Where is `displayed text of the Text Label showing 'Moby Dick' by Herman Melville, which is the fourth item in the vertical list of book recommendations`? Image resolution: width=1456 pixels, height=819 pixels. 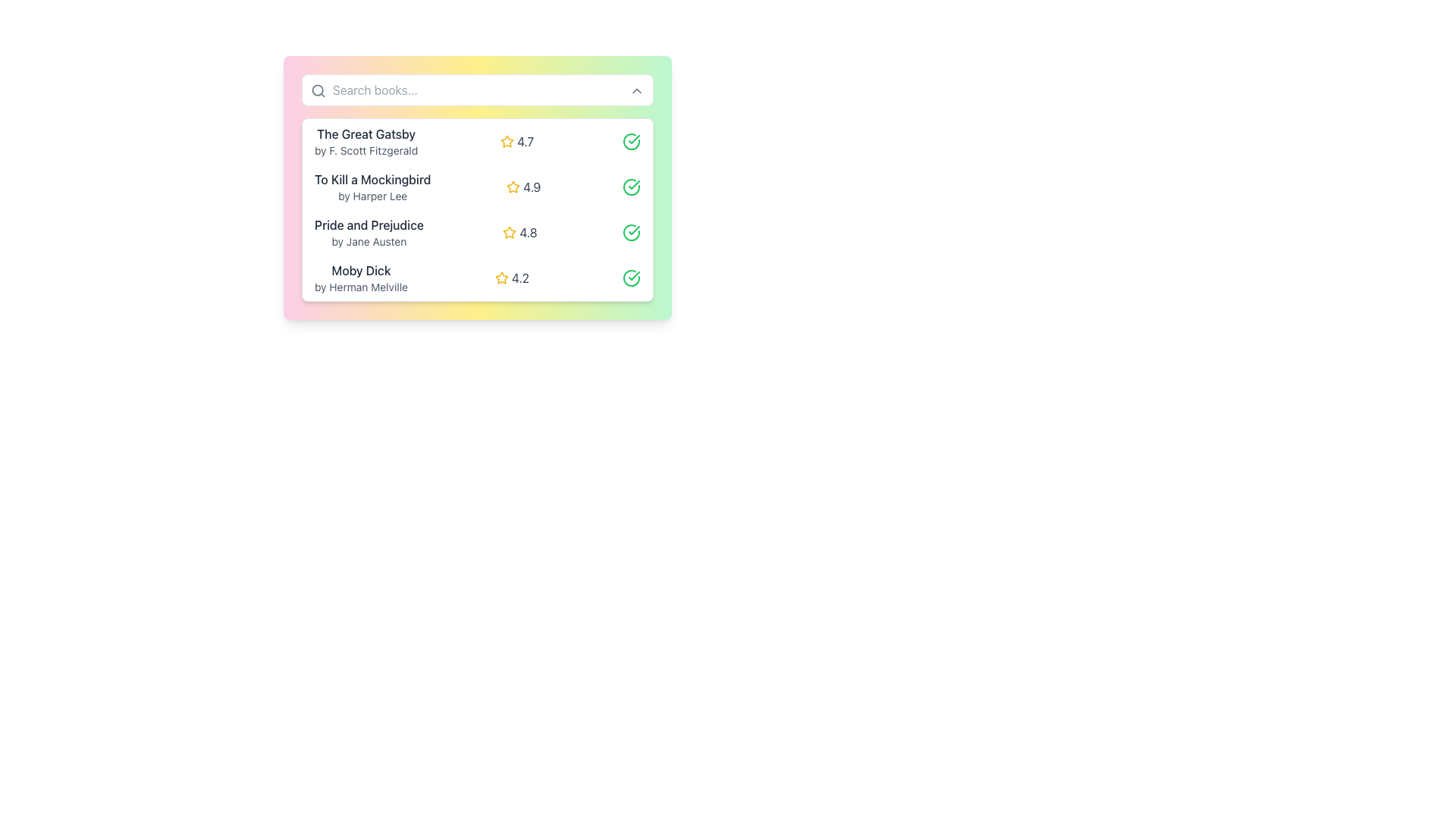 displayed text of the Text Label showing 'Moby Dick' by Herman Melville, which is the fourth item in the vertical list of book recommendations is located at coordinates (360, 278).